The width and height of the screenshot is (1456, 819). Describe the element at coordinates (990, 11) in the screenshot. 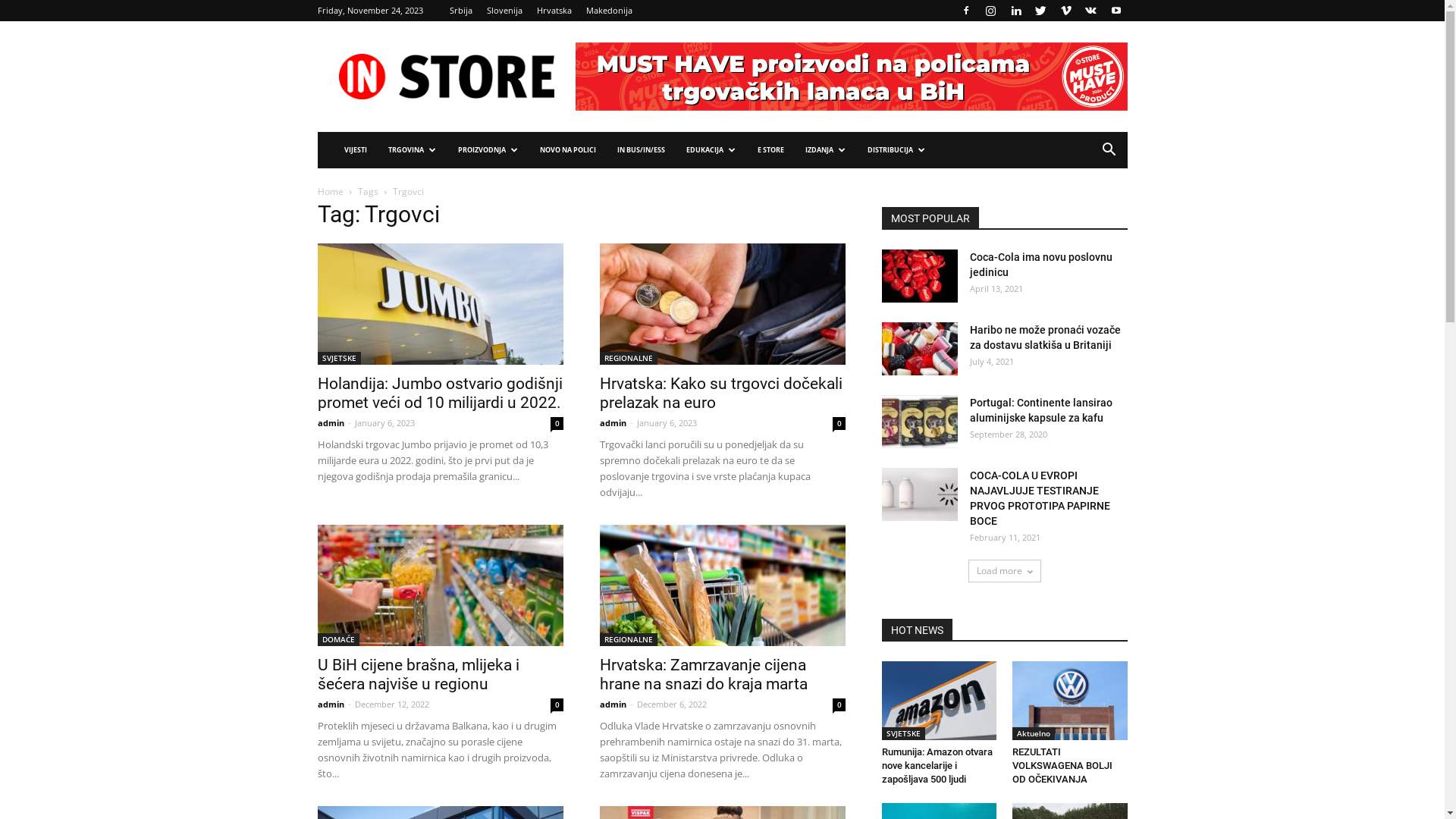

I see `'Instagram'` at that location.